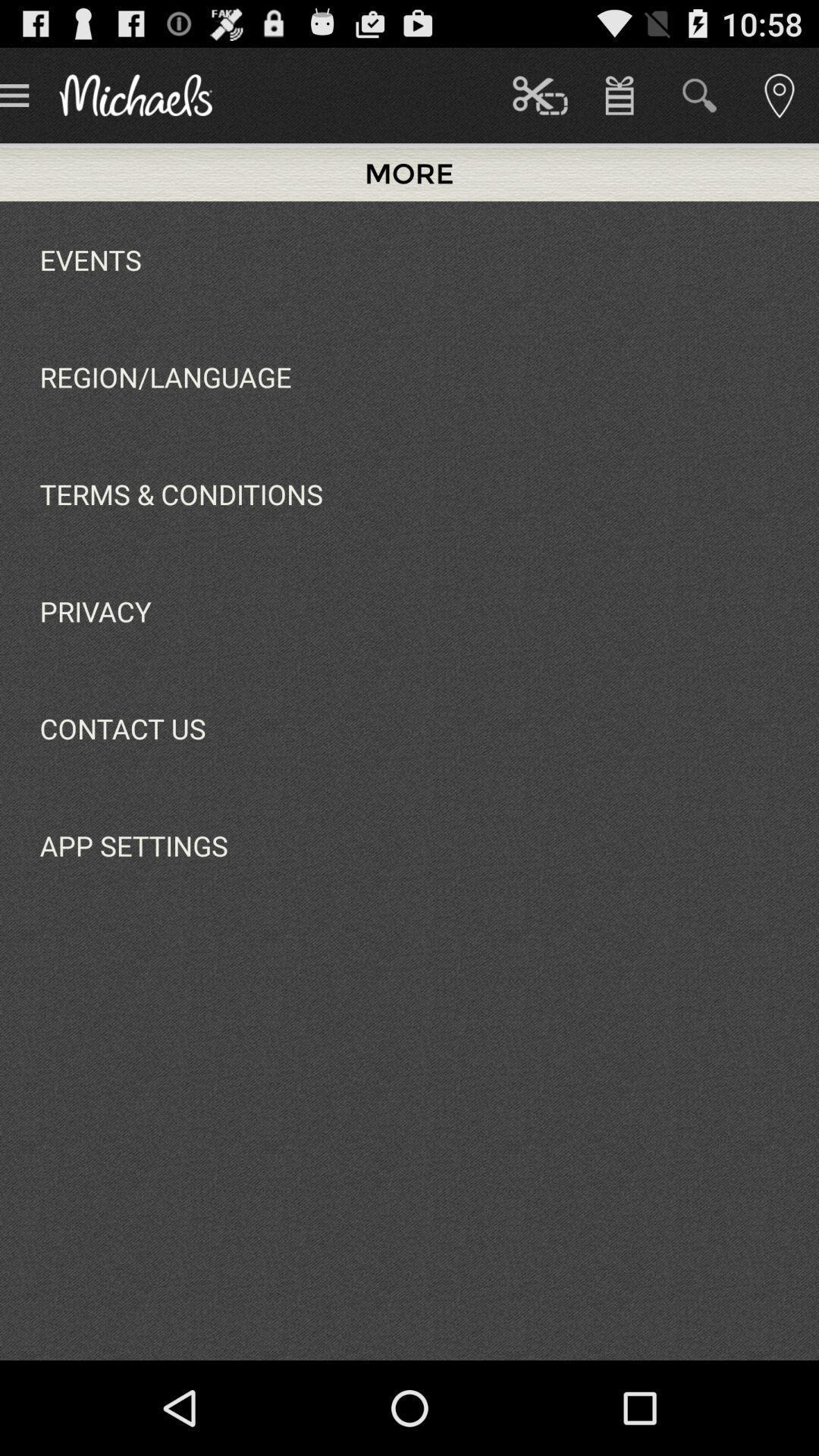 The width and height of the screenshot is (819, 1456). I want to click on the app above the privacy app, so click(180, 494).